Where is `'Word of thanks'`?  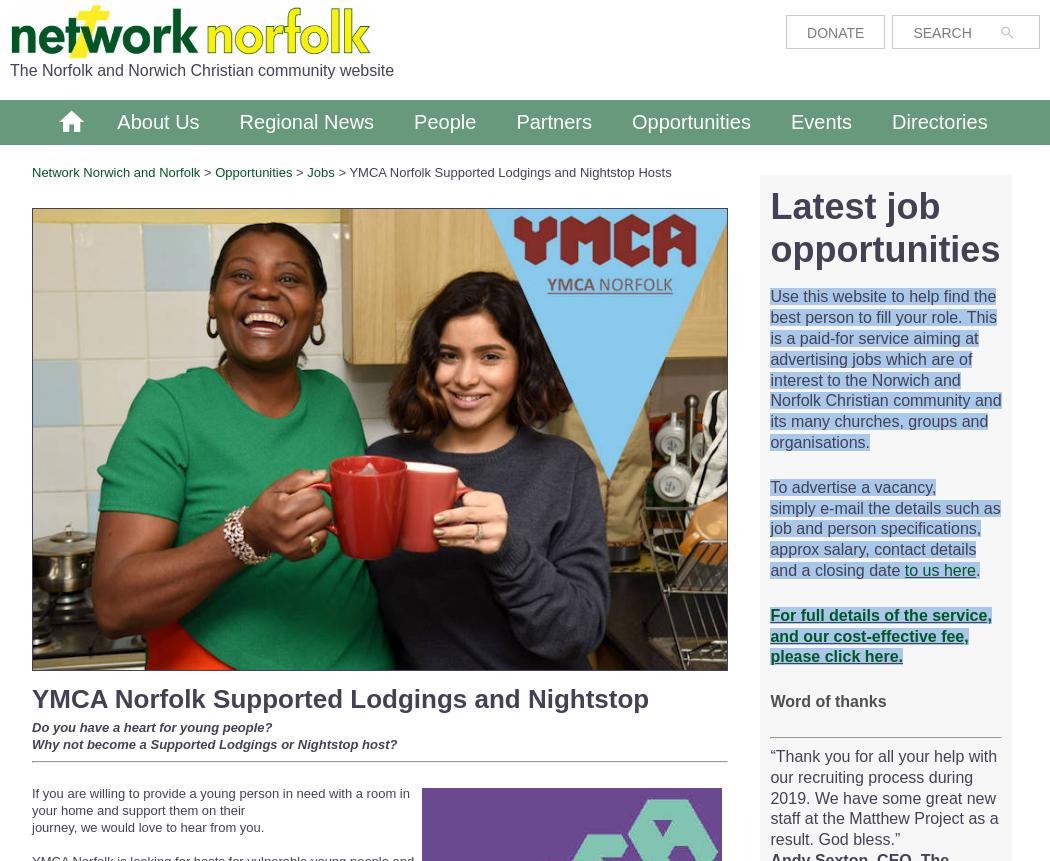 'Word of thanks' is located at coordinates (828, 700).